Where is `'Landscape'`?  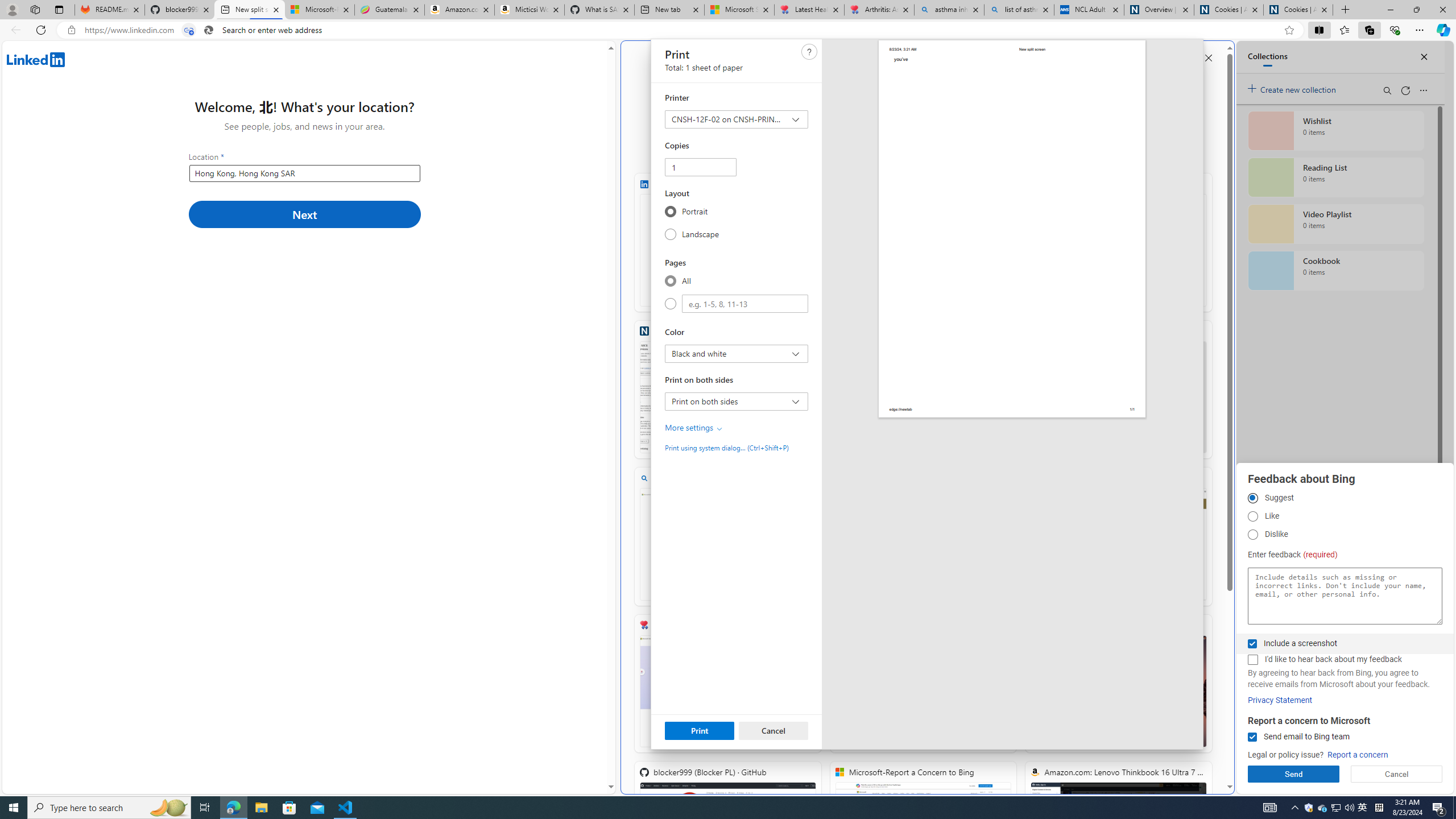 'Landscape' is located at coordinates (670, 233).